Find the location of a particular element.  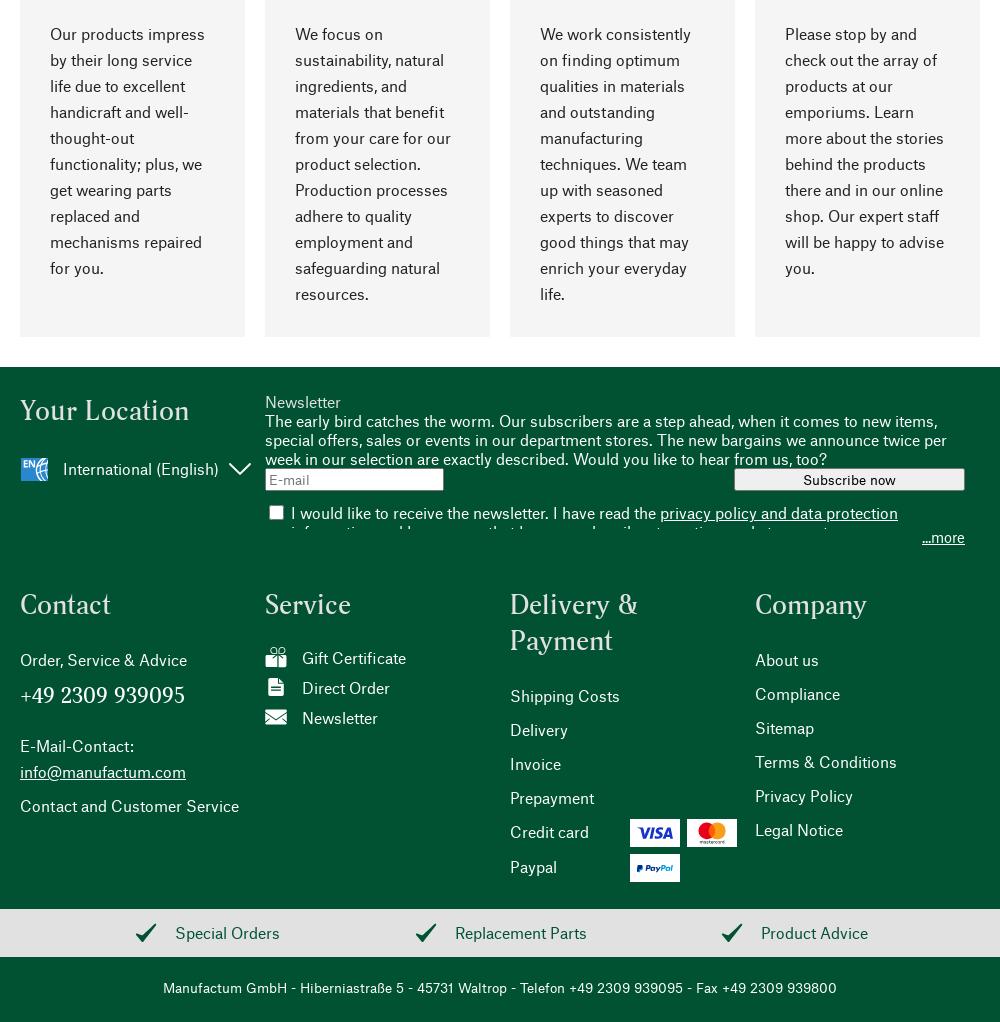

'E-Mail-Contact:' is located at coordinates (20, 744).